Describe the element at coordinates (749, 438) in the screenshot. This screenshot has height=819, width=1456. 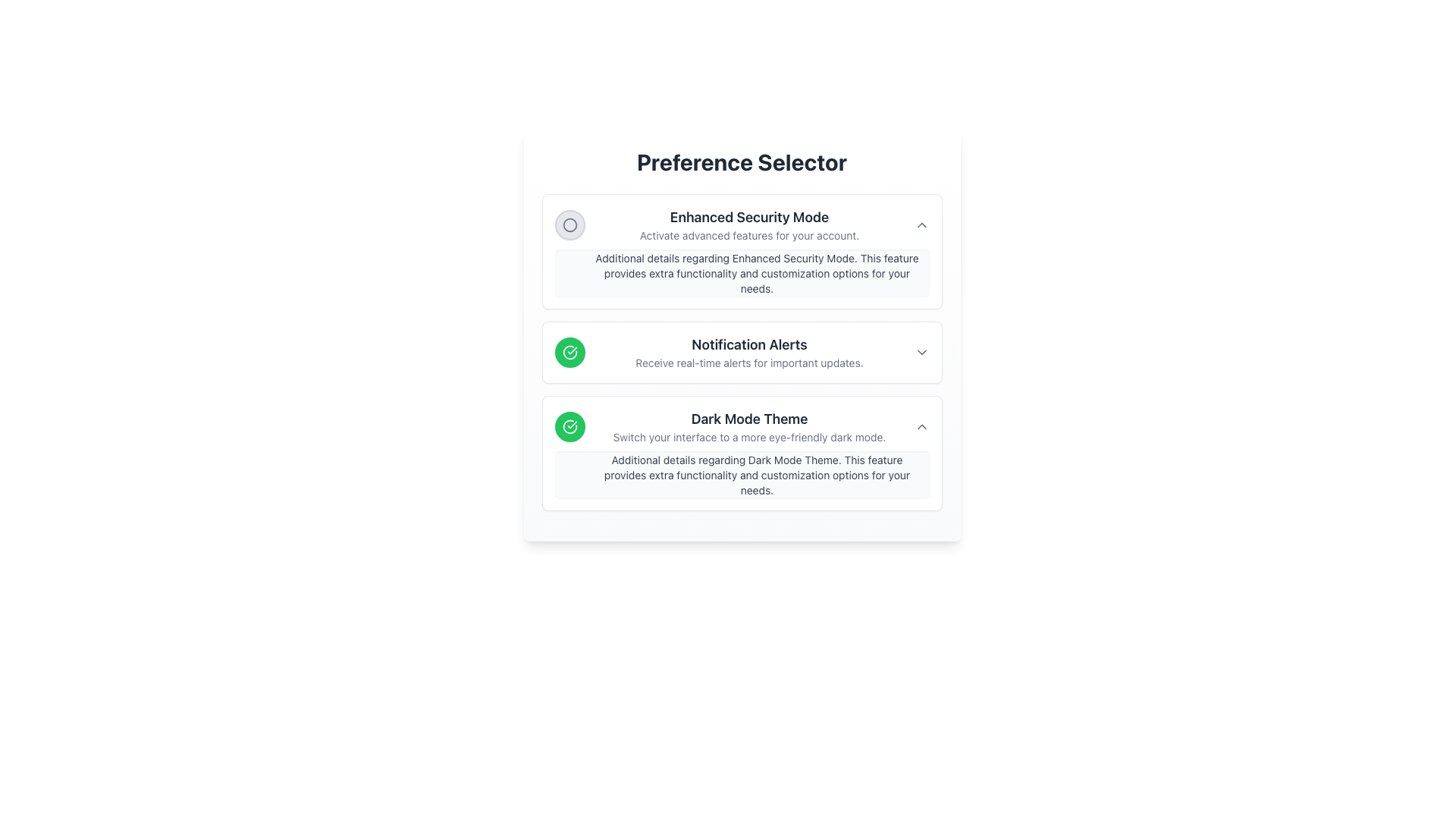
I see `the text label that says 'Switch your interface to a more eye-friendly dark mode.' located under the 'Dark Mode Theme' heading` at that location.